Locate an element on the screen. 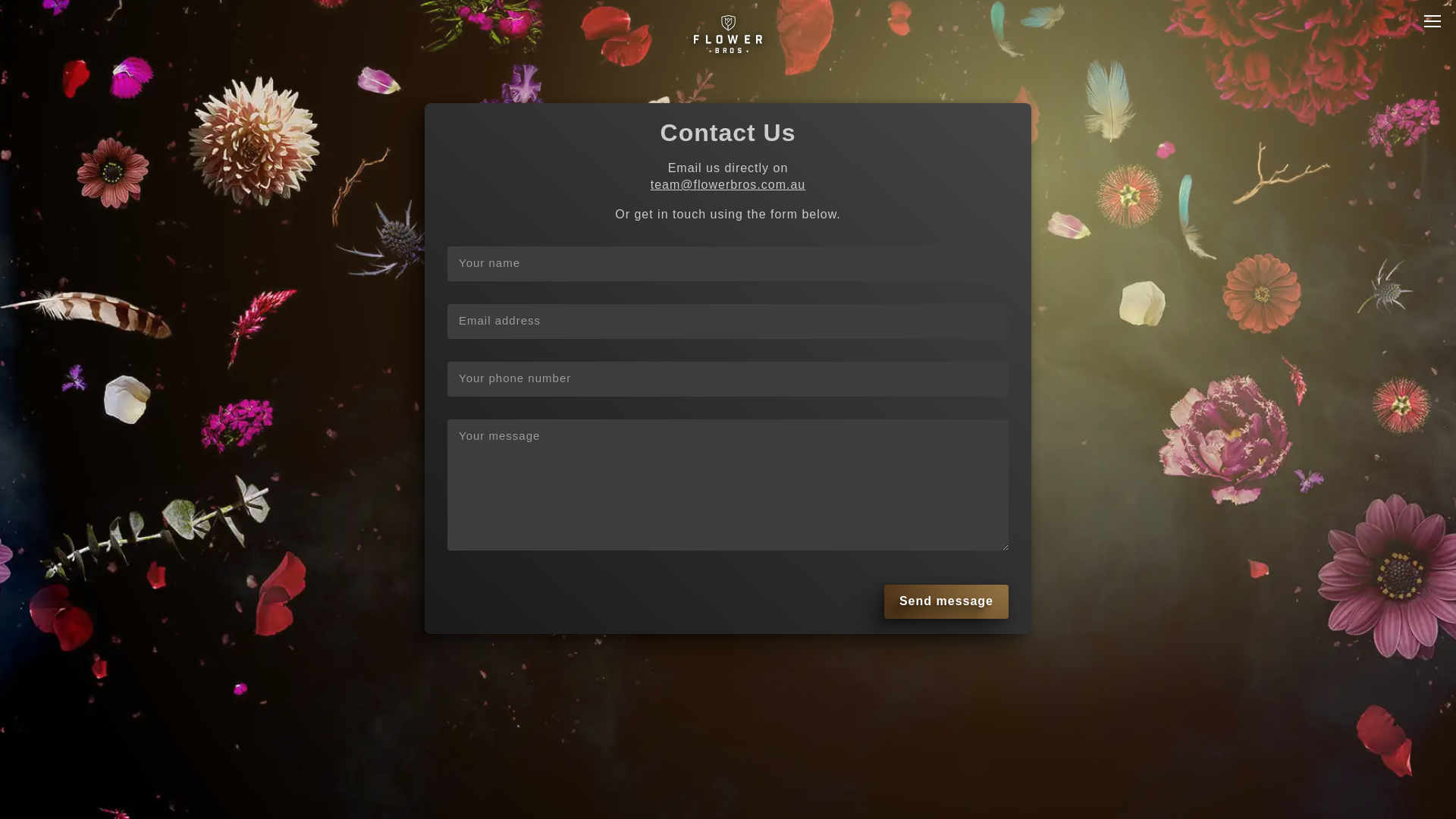 The image size is (1456, 819). 'Send message' is located at coordinates (946, 601).